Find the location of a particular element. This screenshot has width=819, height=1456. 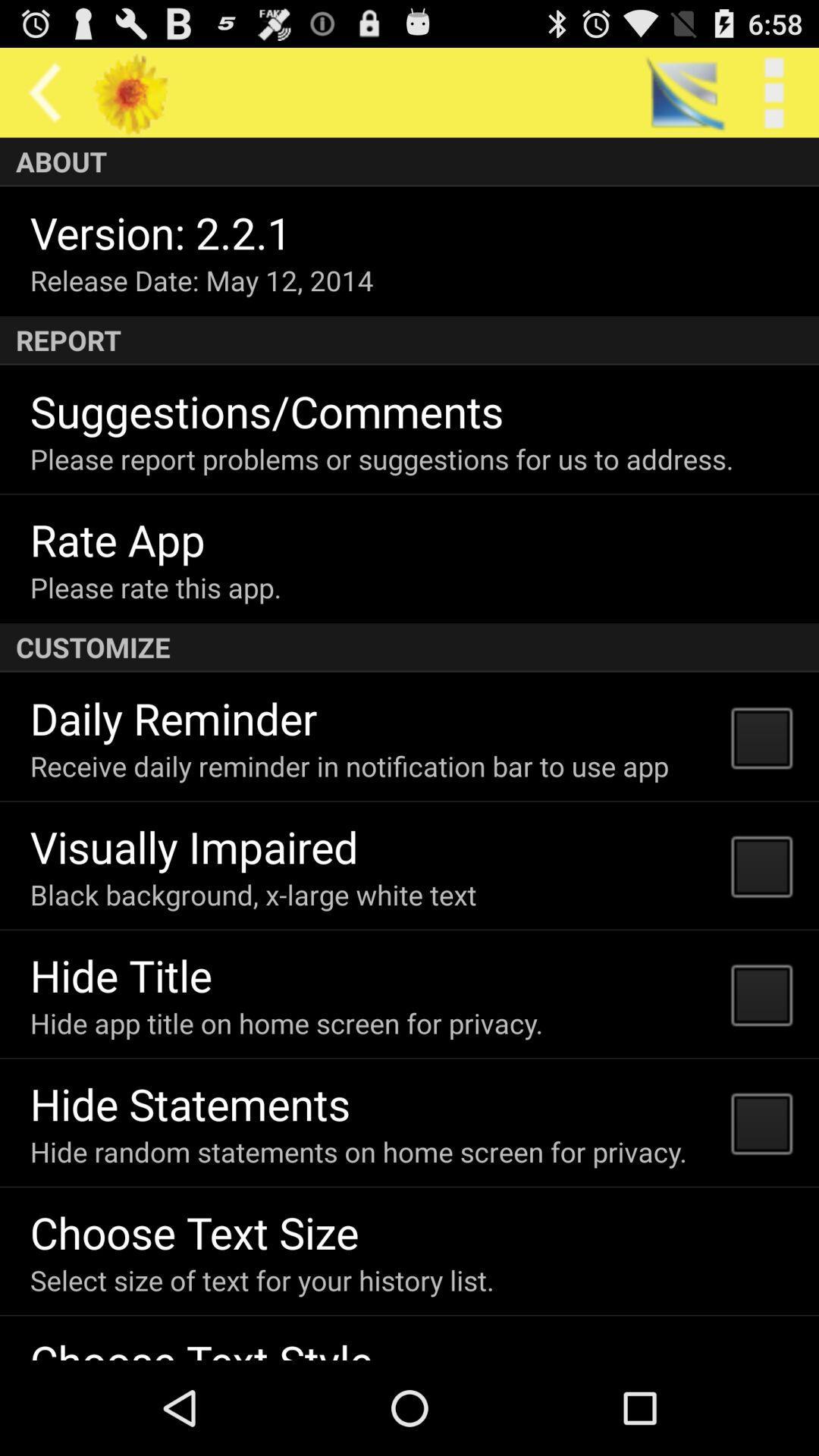

please report problems item is located at coordinates (381, 458).